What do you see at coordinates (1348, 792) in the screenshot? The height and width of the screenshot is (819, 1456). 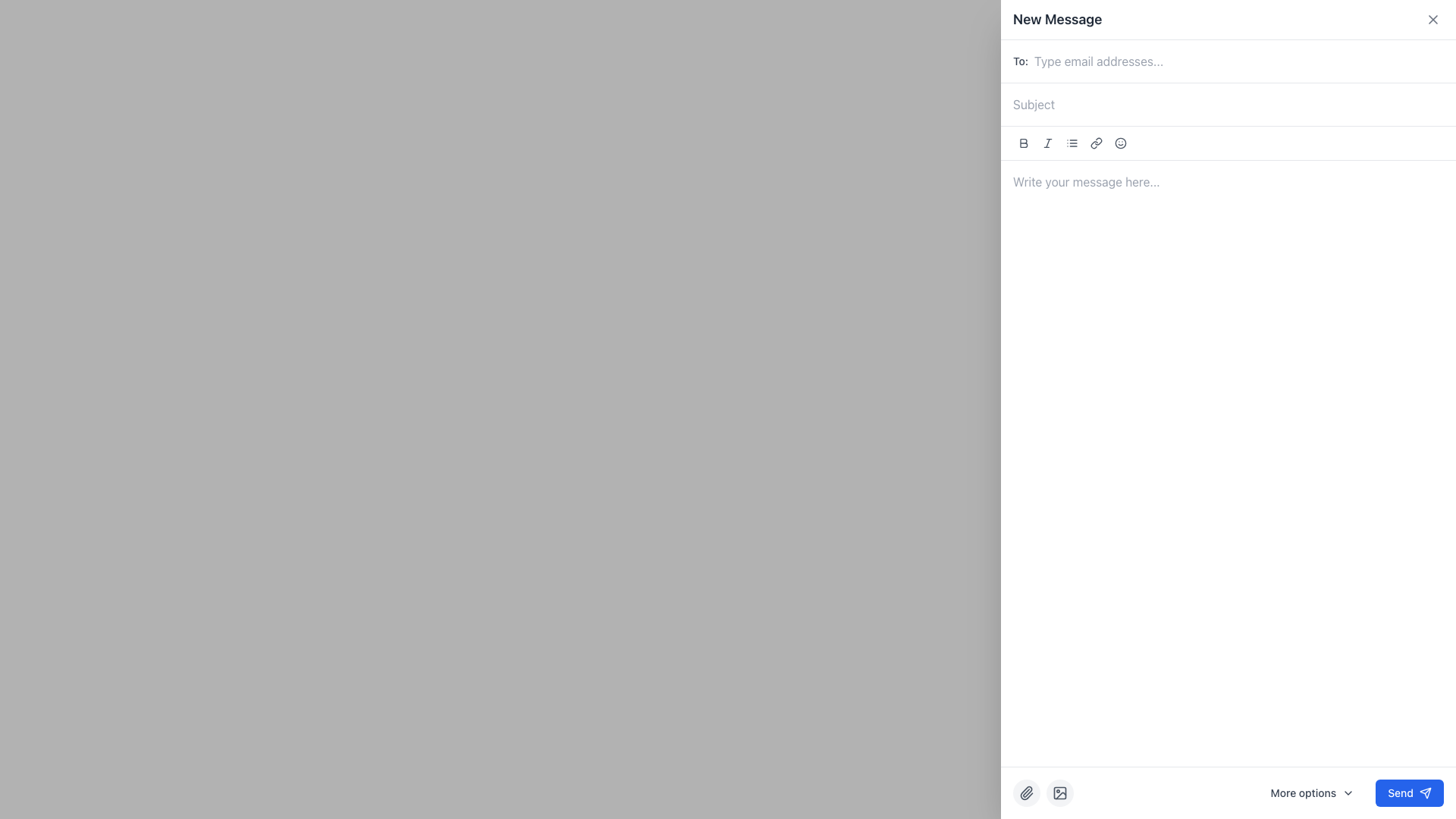 I see `the chevron icon located to the right of the 'More options' text, which indicates a dropdown menu for additional options` at bounding box center [1348, 792].